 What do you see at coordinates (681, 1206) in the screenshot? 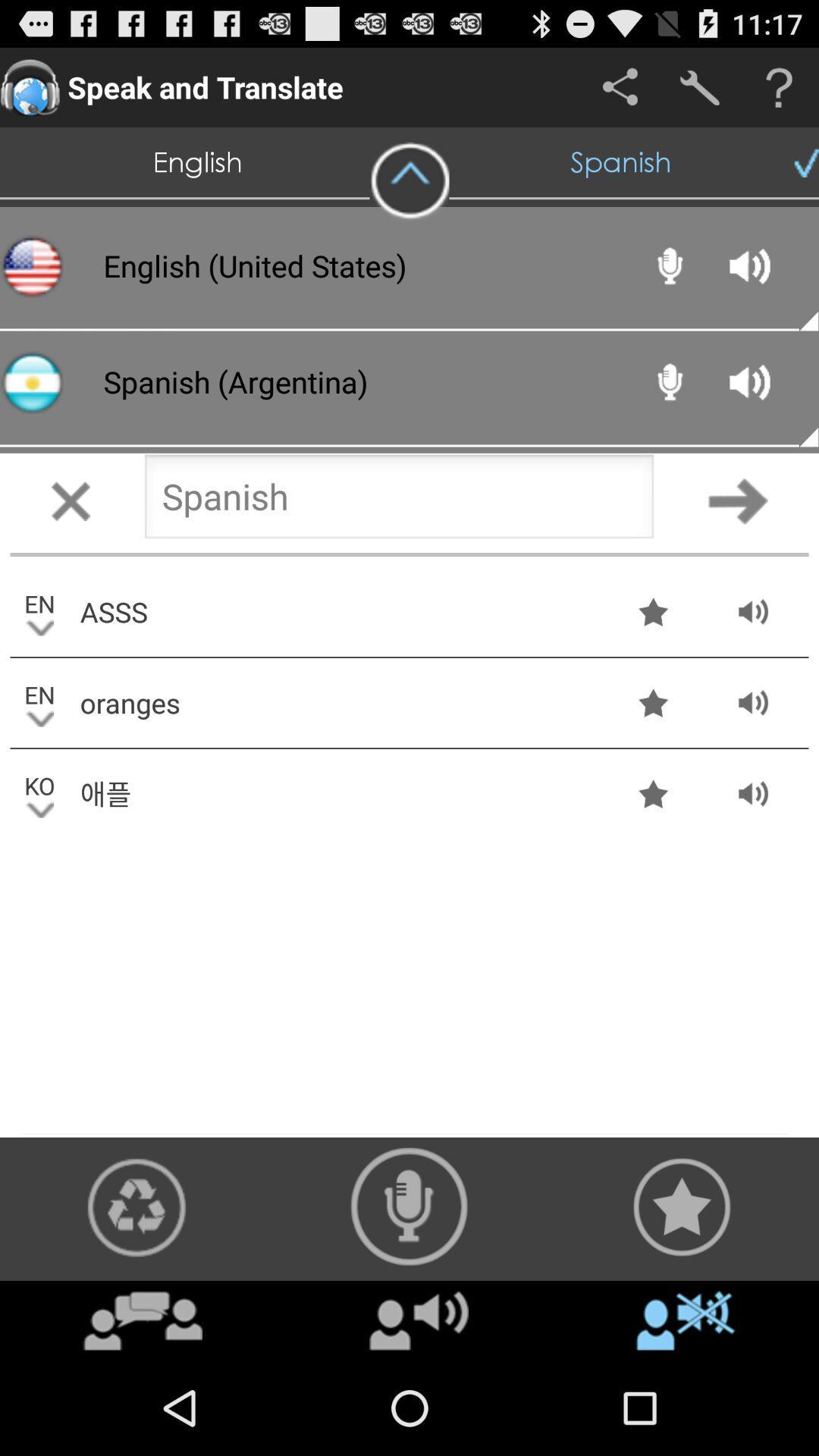
I see `translation button` at bounding box center [681, 1206].